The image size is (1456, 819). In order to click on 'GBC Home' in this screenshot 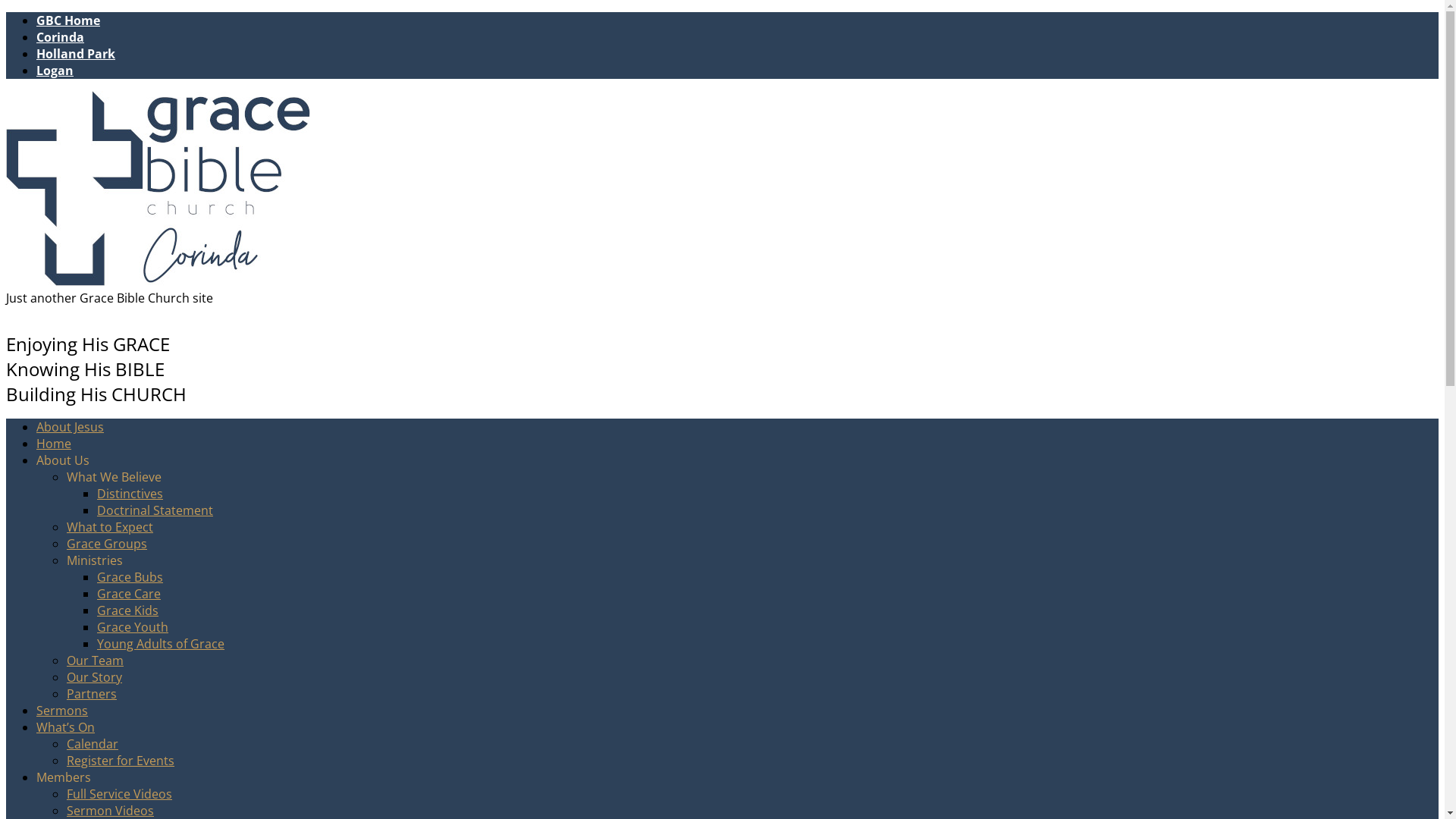, I will do `click(67, 20)`.